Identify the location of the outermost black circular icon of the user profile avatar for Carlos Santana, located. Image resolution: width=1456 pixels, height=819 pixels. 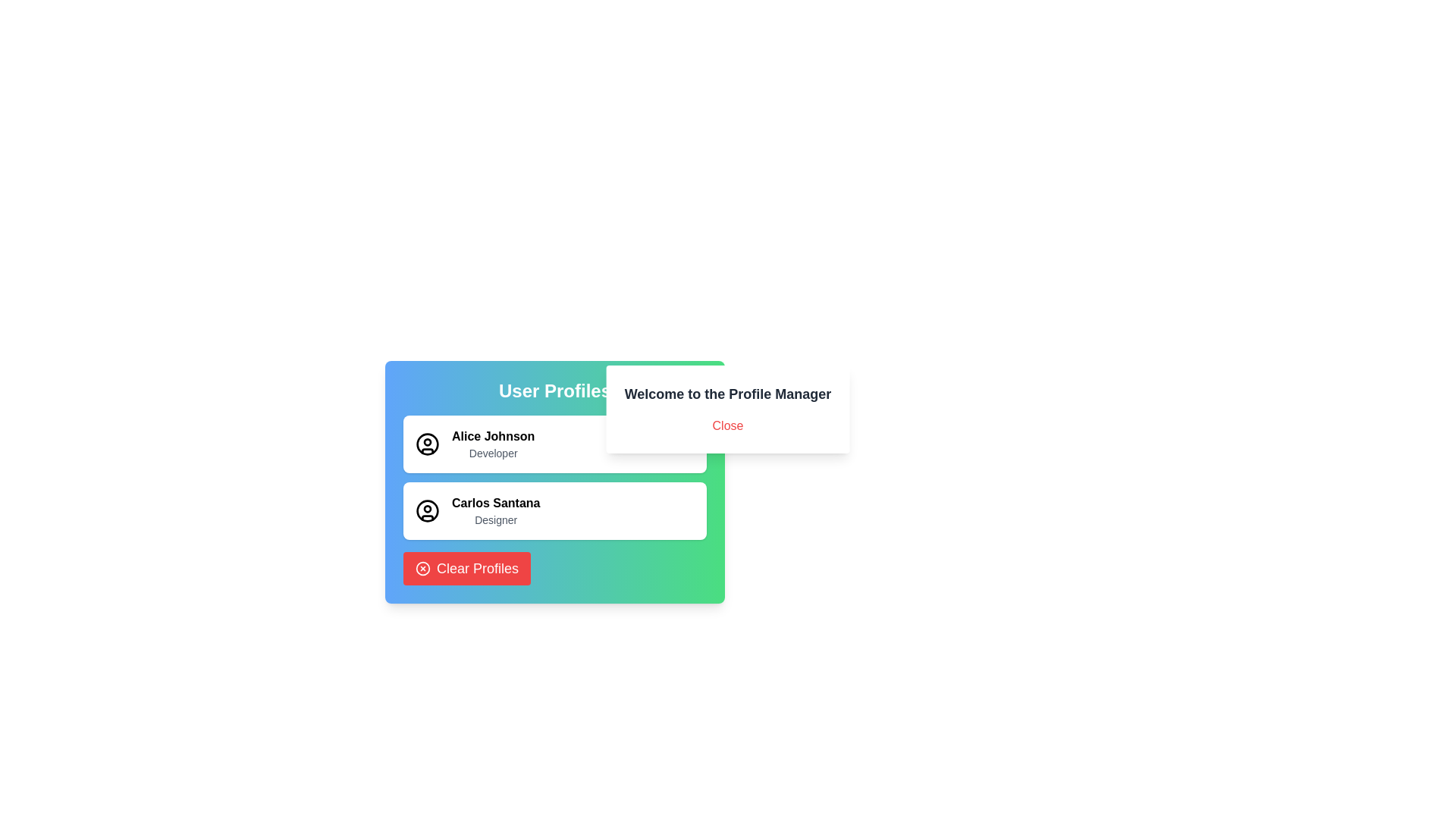
(427, 511).